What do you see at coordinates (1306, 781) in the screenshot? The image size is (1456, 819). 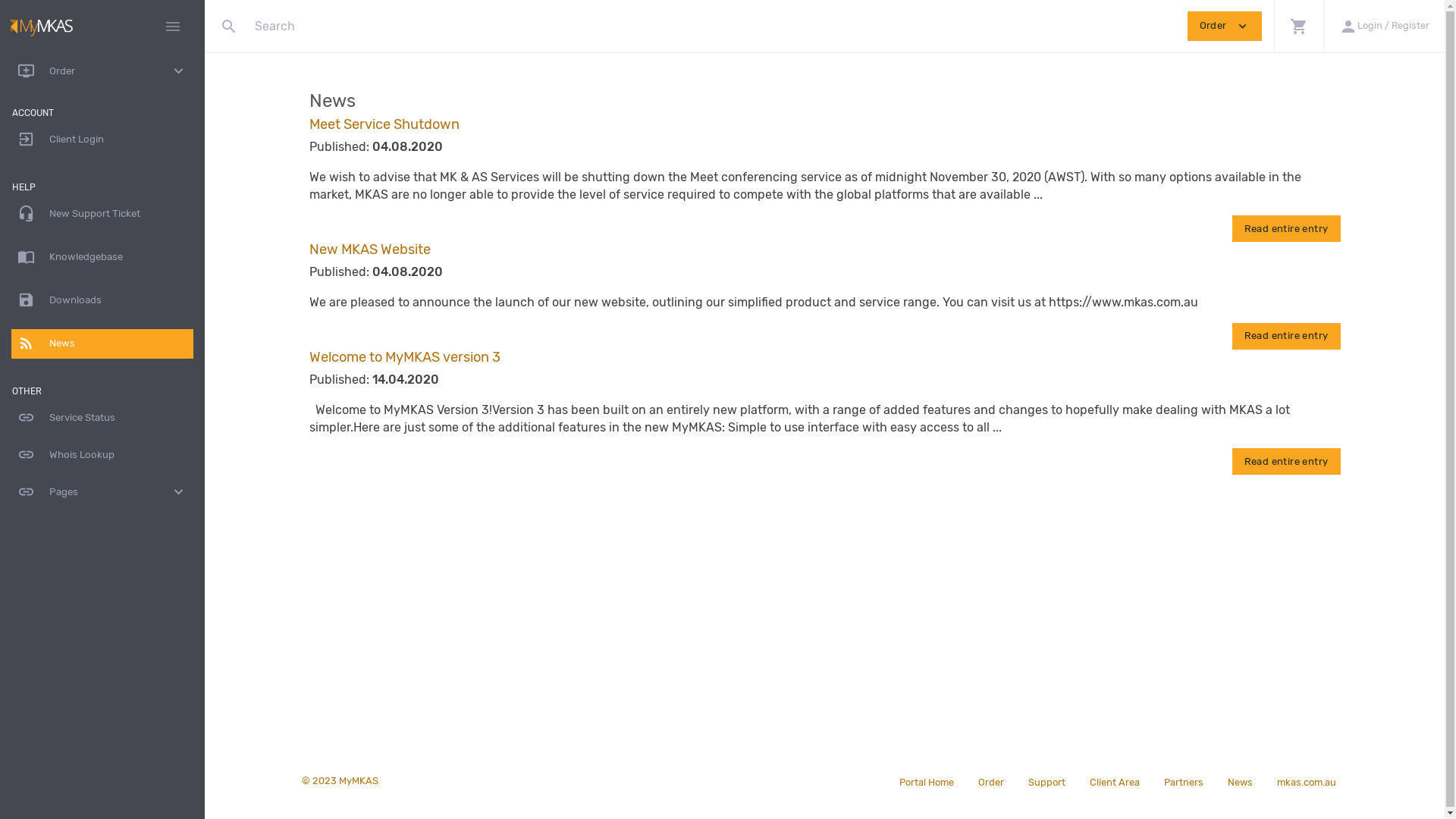 I see `'mkas.com.au'` at bounding box center [1306, 781].